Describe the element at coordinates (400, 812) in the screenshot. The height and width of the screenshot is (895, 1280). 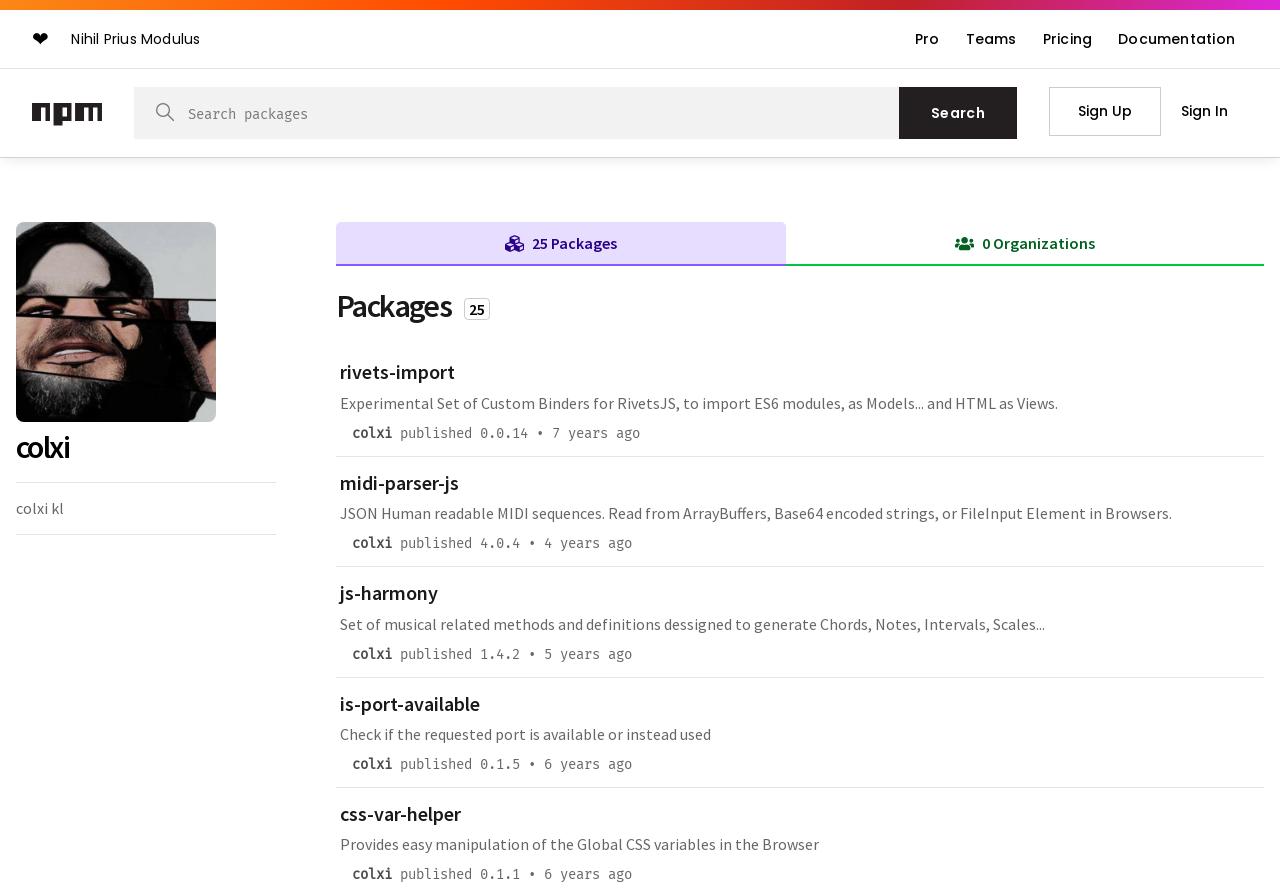
I see `'css-var-helper'` at that location.